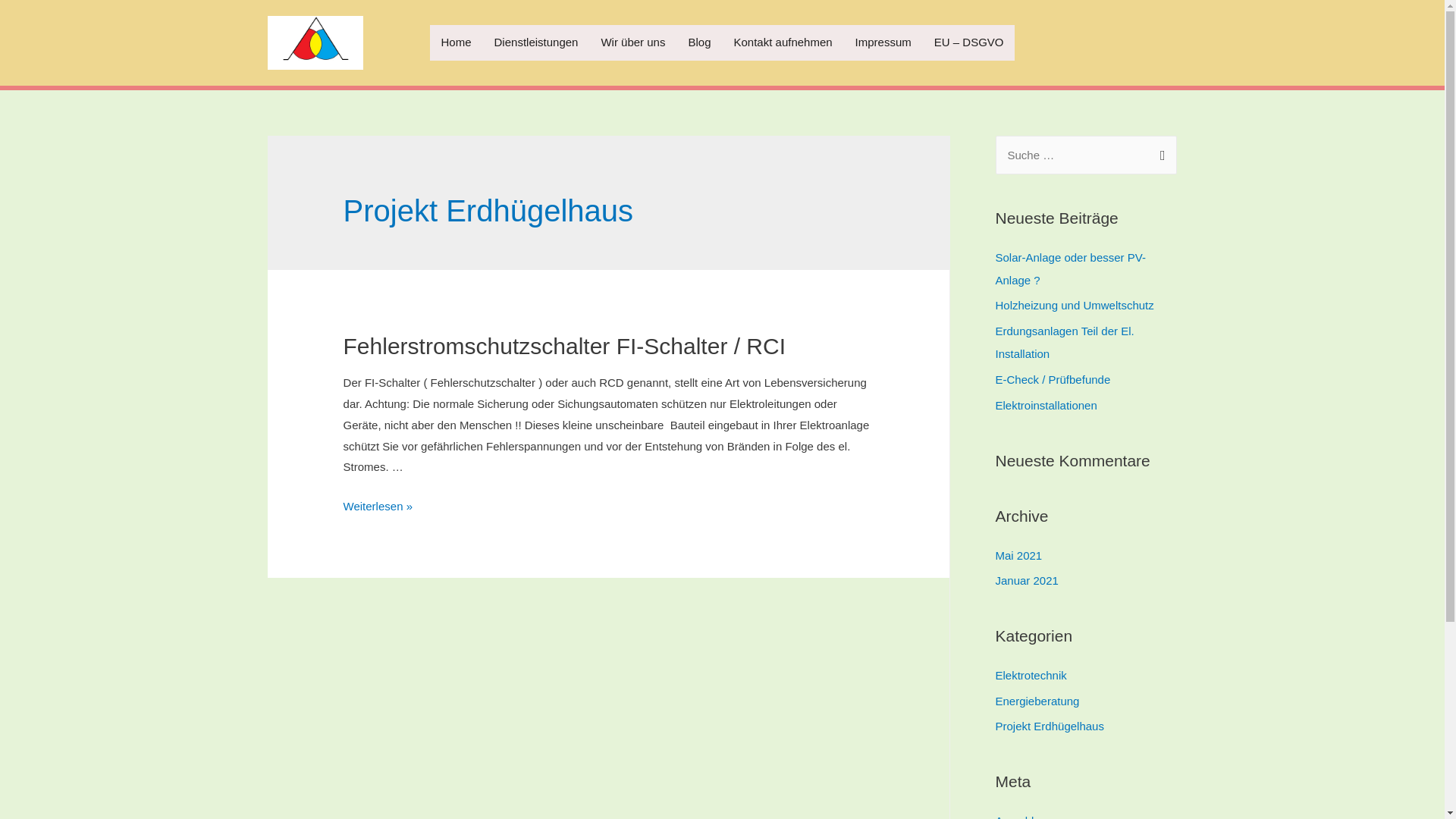 The width and height of the screenshot is (1456, 819). What do you see at coordinates (994, 305) in the screenshot?
I see `'Holzheizung und Umweltschutz'` at bounding box center [994, 305].